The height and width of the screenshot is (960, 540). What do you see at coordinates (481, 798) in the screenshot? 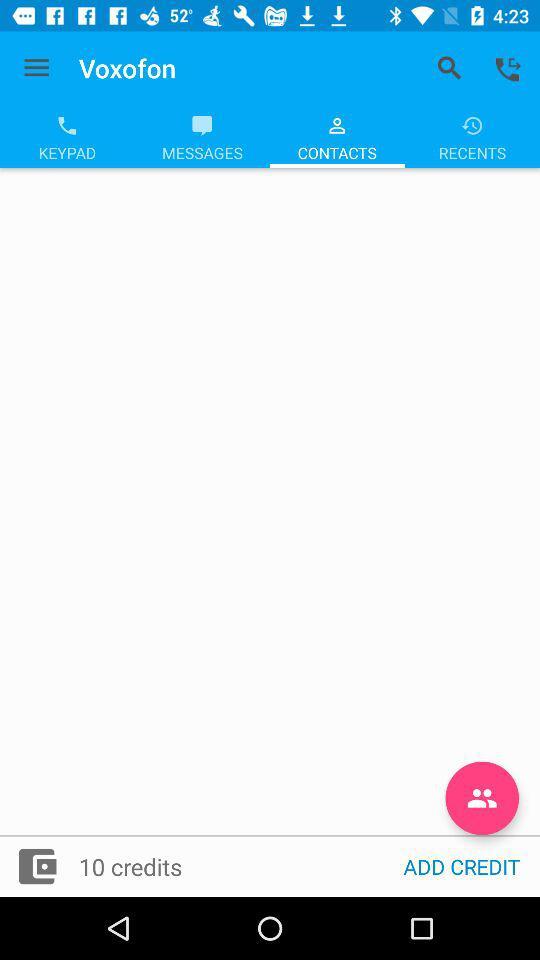
I see `the item below recents item` at bounding box center [481, 798].